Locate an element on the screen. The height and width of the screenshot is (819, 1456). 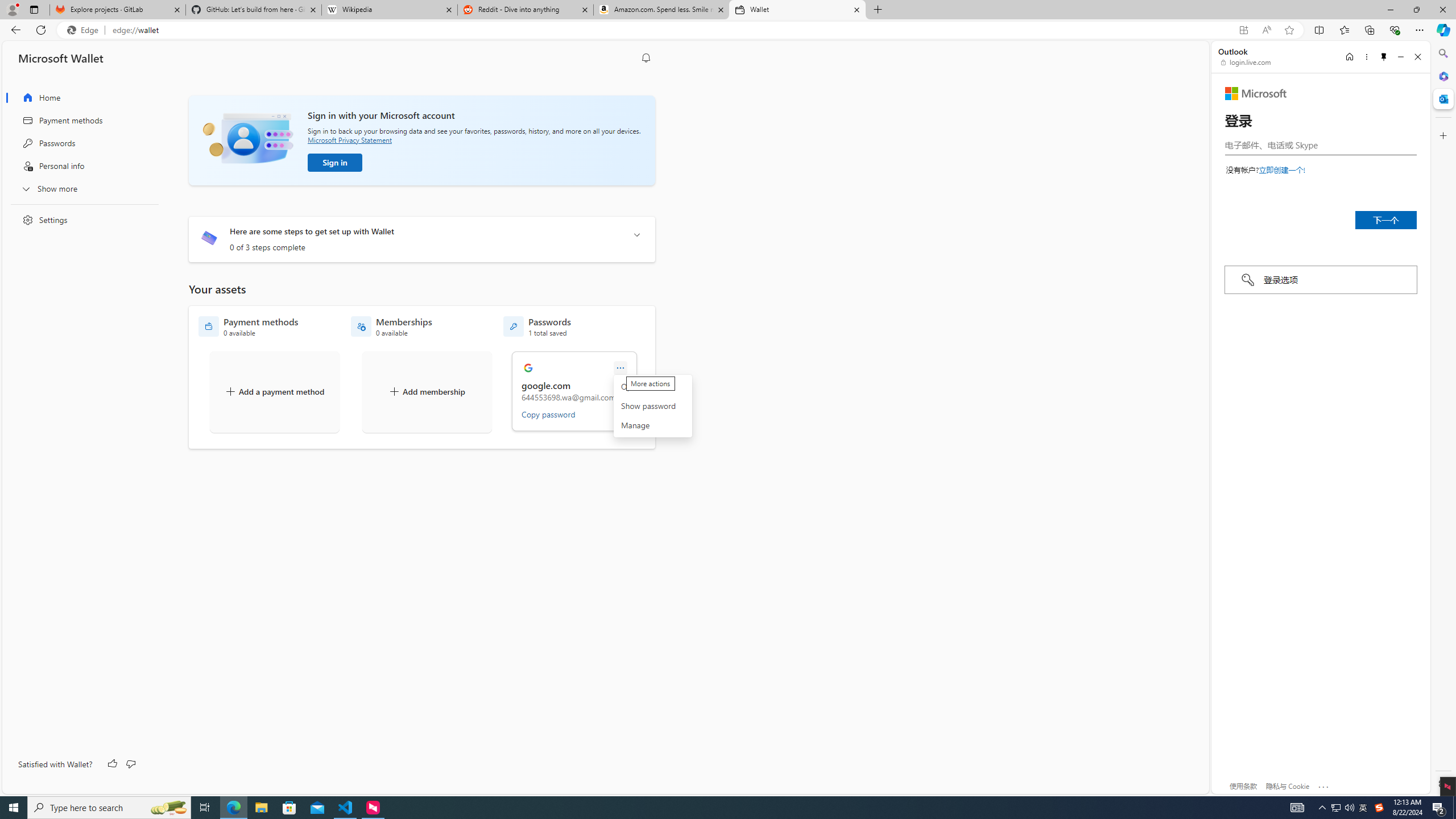
'Payment methods - 0 available' is located at coordinates (248, 326).